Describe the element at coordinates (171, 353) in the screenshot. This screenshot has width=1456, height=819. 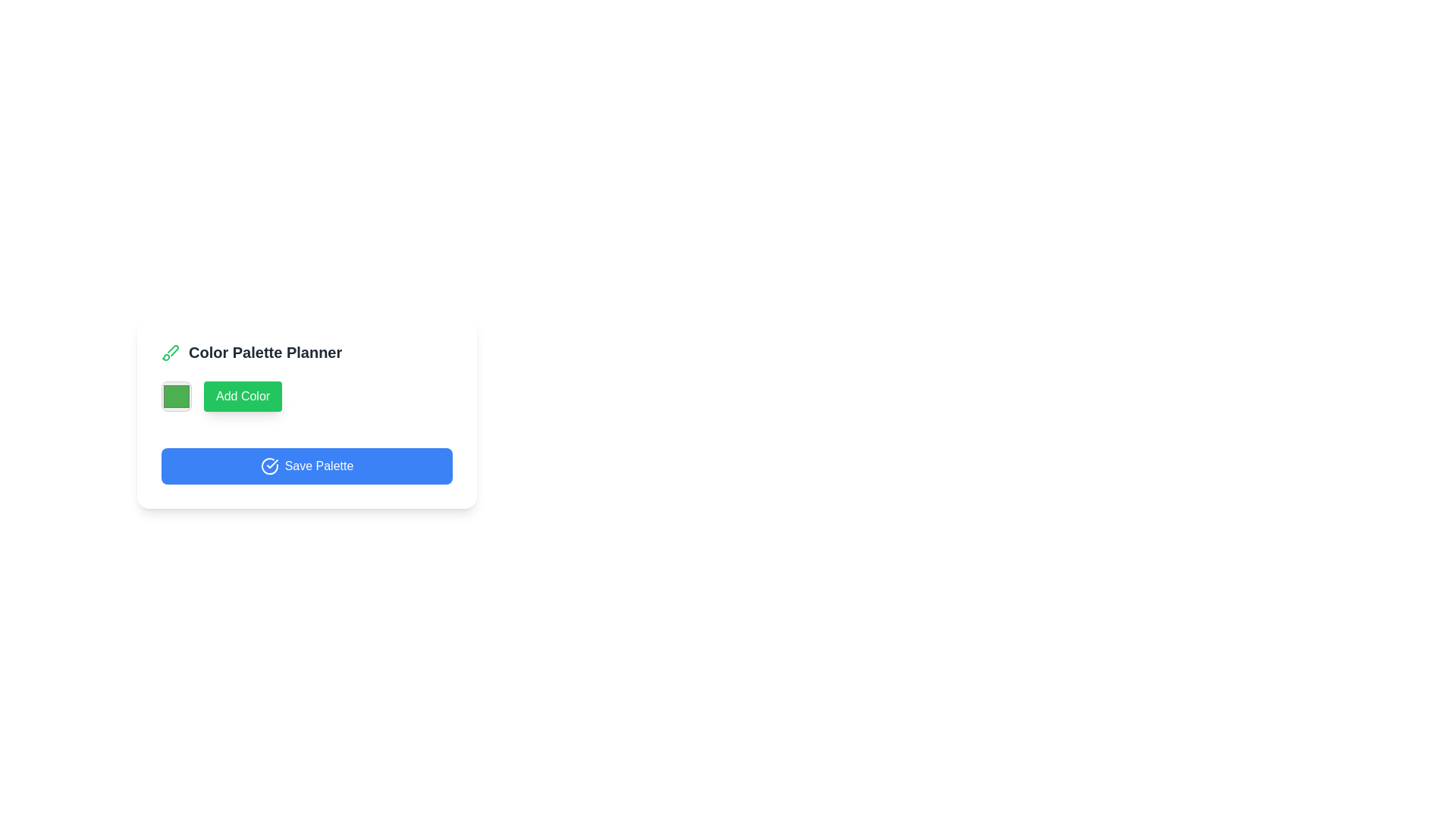
I see `the color editing icon located to the left of the 'Color Palette Planner' text, which represents the color editing feature` at that location.